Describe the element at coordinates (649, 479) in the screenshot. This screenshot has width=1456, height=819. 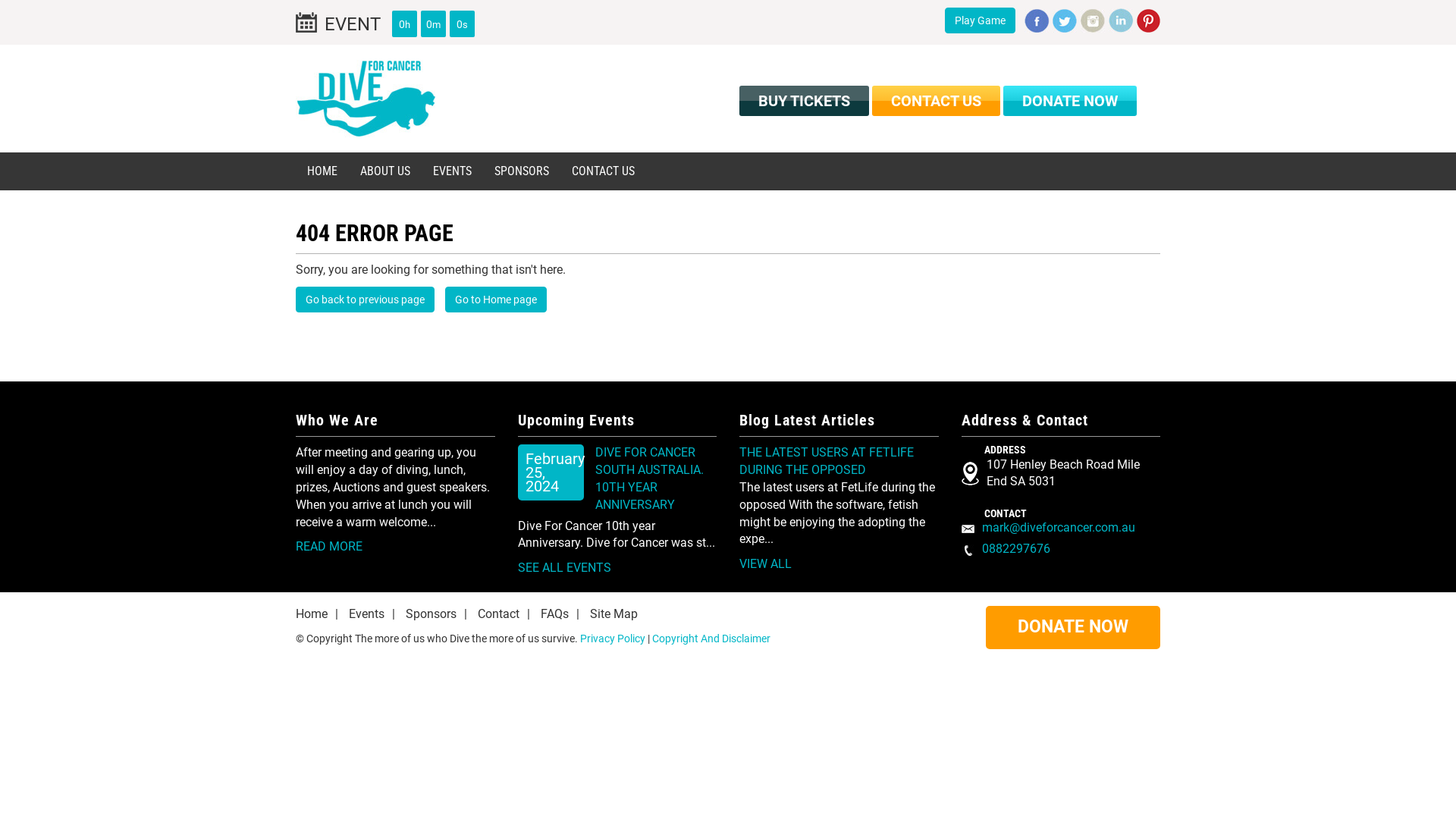
I see `'DIVE FOR CANCER SOUTH AUSTRALIA. 10TH YEAR ANNIVERSARY'` at that location.